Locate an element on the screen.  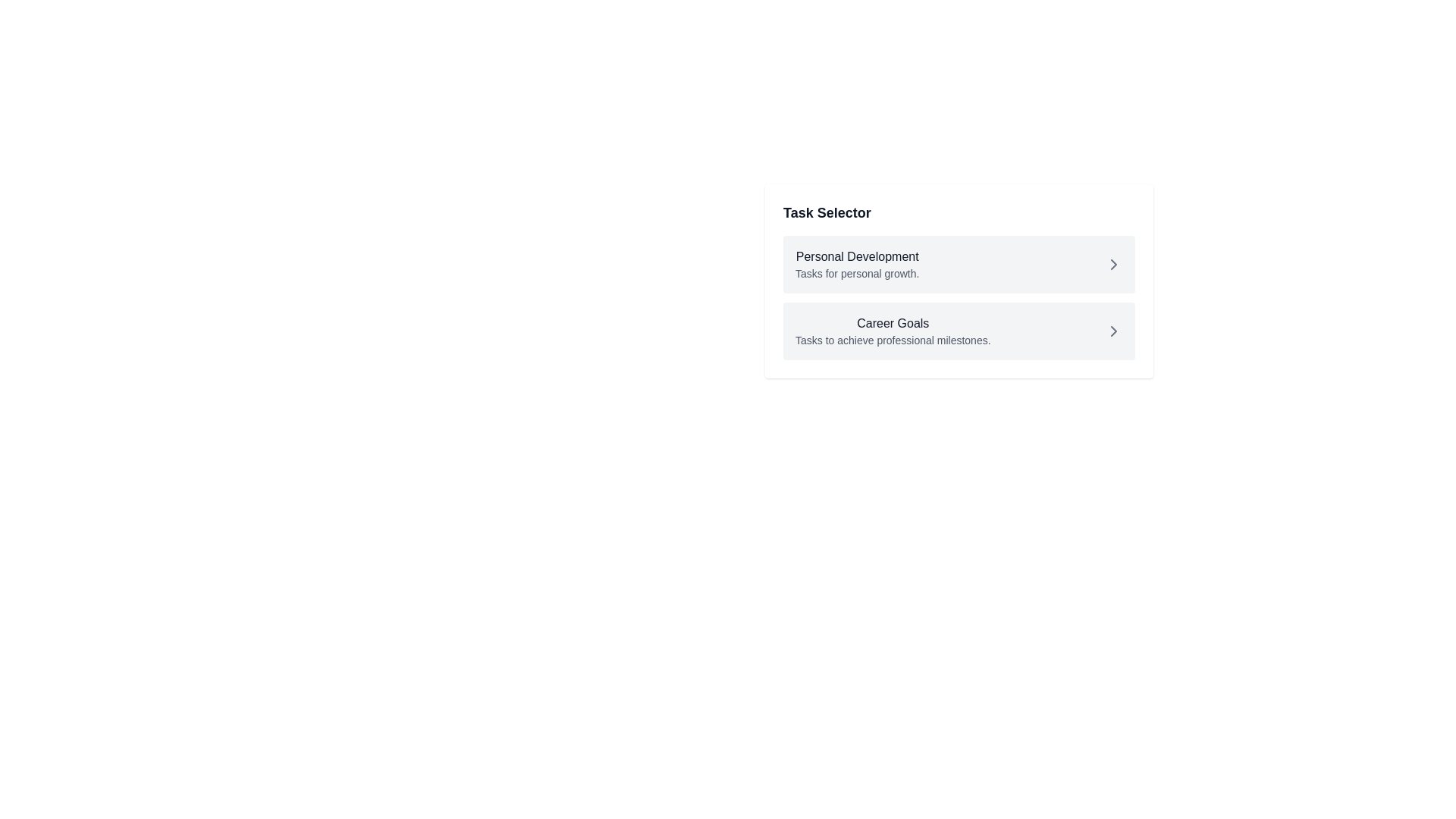
the list item titled 'Career Goals' which is the second item is located at coordinates (893, 330).